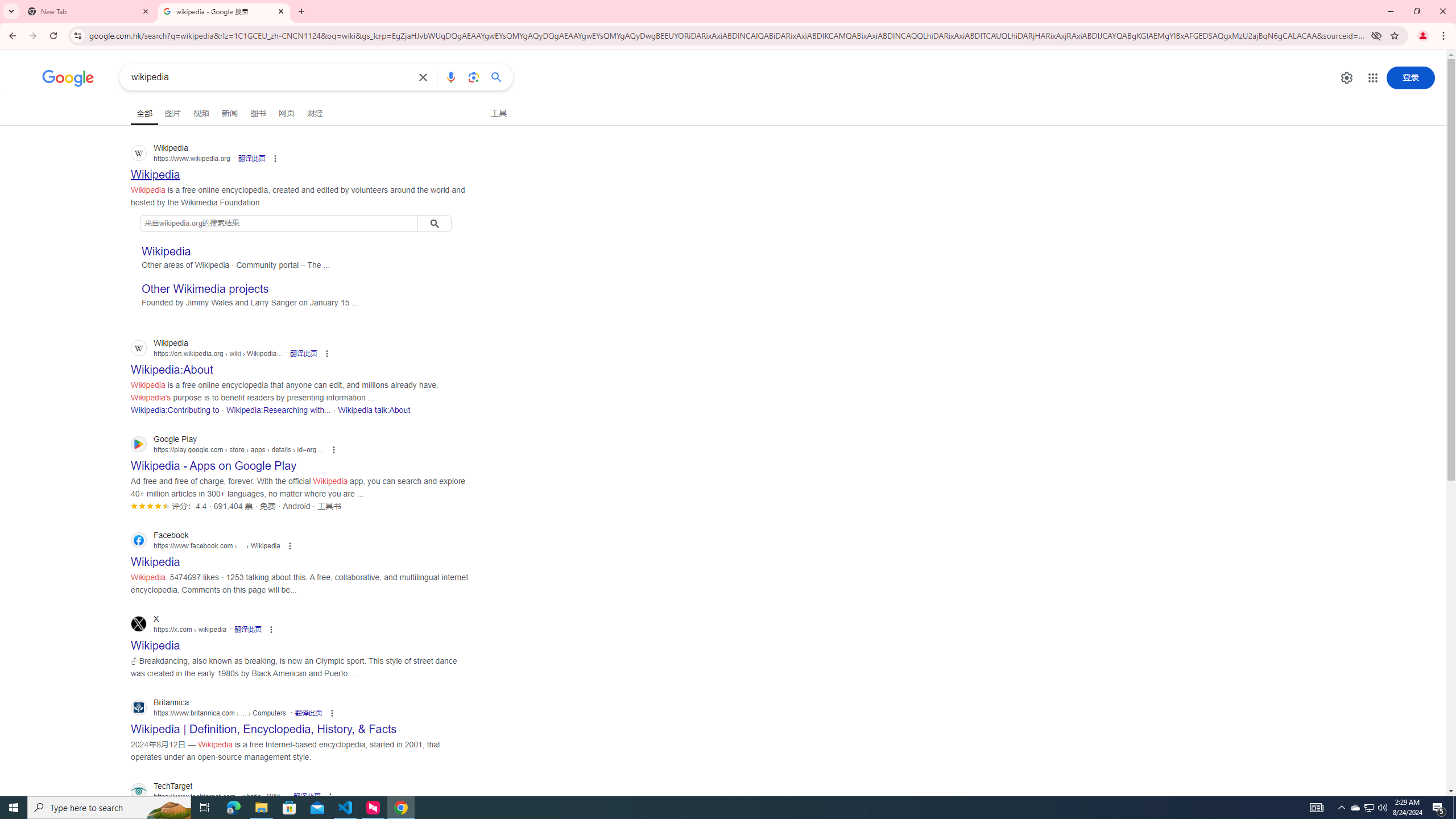 This screenshot has height=819, width=1456. What do you see at coordinates (88, 11) in the screenshot?
I see `'New Tab'` at bounding box center [88, 11].